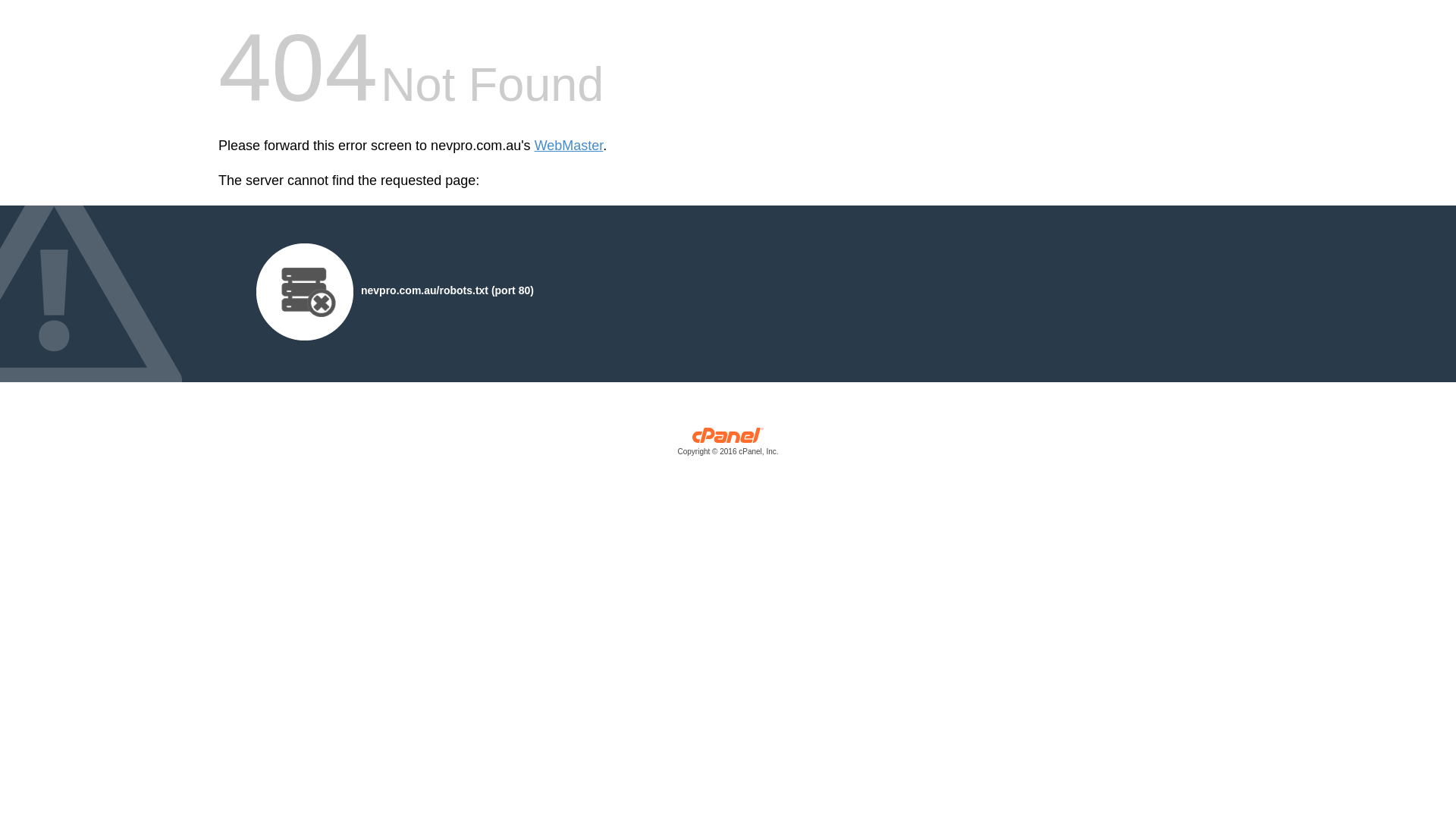 The width and height of the screenshot is (1456, 819). Describe the element at coordinates (568, 146) in the screenshot. I see `'WebMaster'` at that location.